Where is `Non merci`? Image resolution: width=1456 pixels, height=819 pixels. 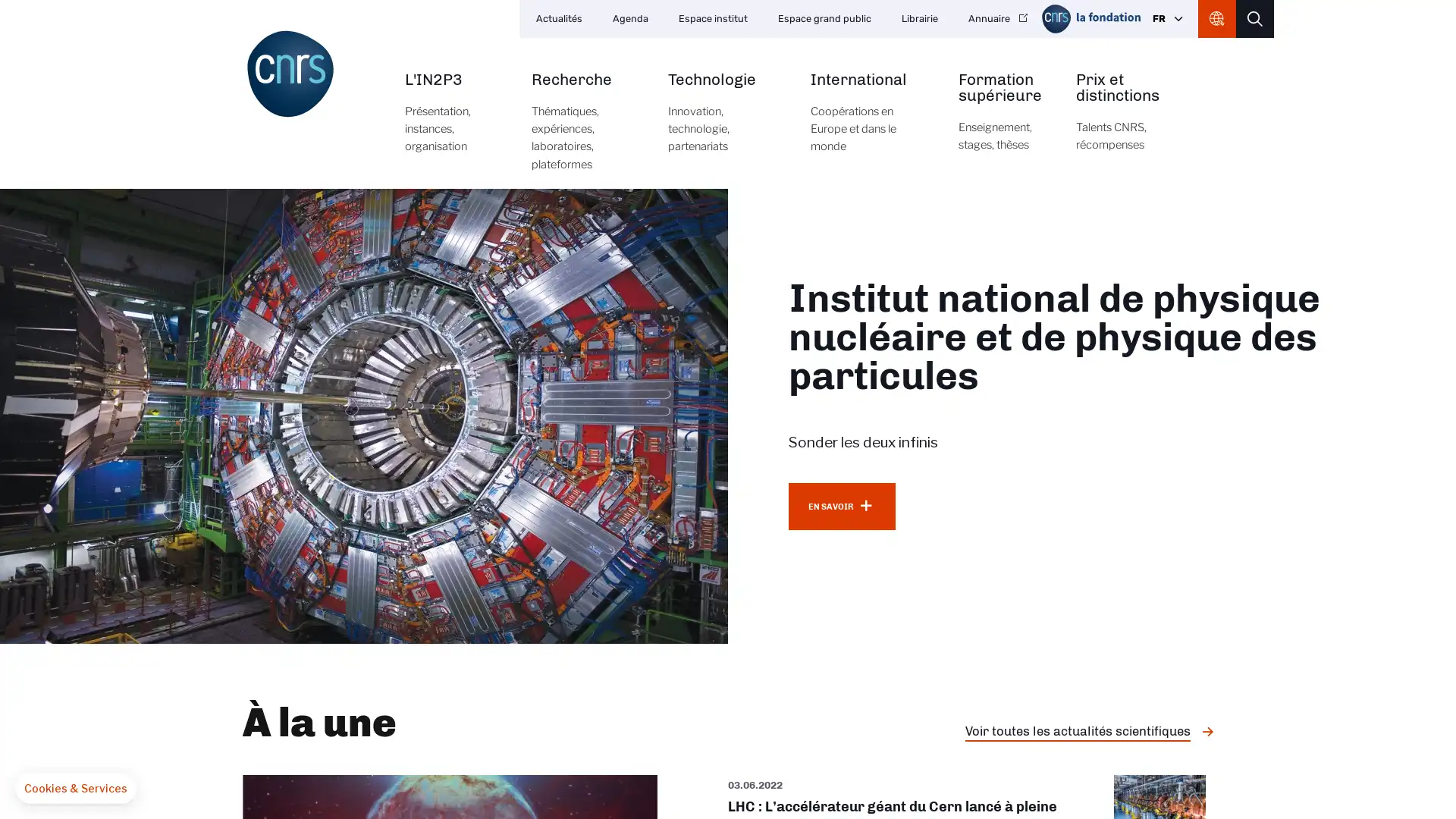
Non merci is located at coordinates (67, 742).